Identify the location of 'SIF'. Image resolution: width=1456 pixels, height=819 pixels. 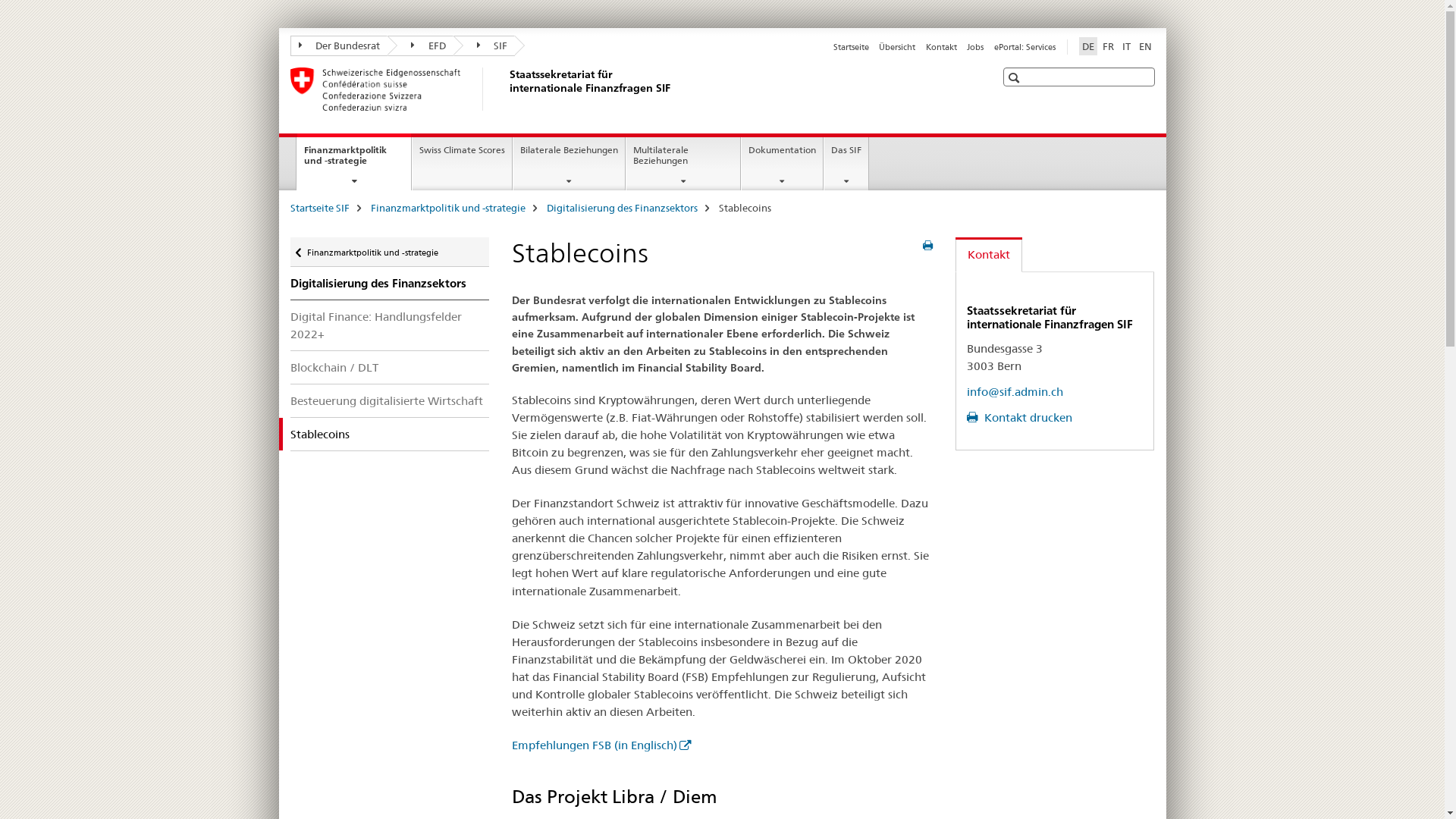
(483, 45).